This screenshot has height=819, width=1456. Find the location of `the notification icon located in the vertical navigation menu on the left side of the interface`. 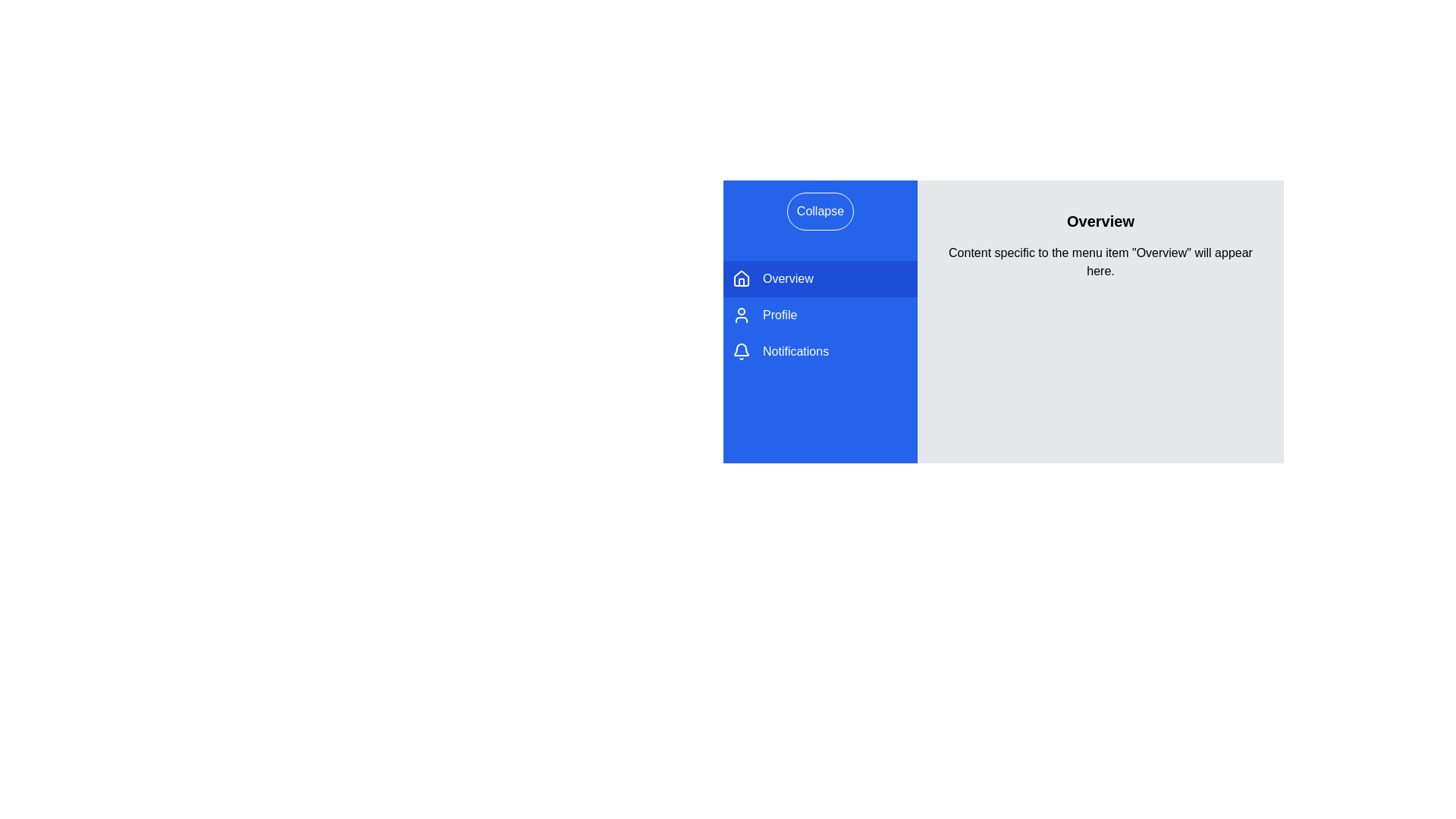

the notification icon located in the vertical navigation menu on the left side of the interface is located at coordinates (742, 350).